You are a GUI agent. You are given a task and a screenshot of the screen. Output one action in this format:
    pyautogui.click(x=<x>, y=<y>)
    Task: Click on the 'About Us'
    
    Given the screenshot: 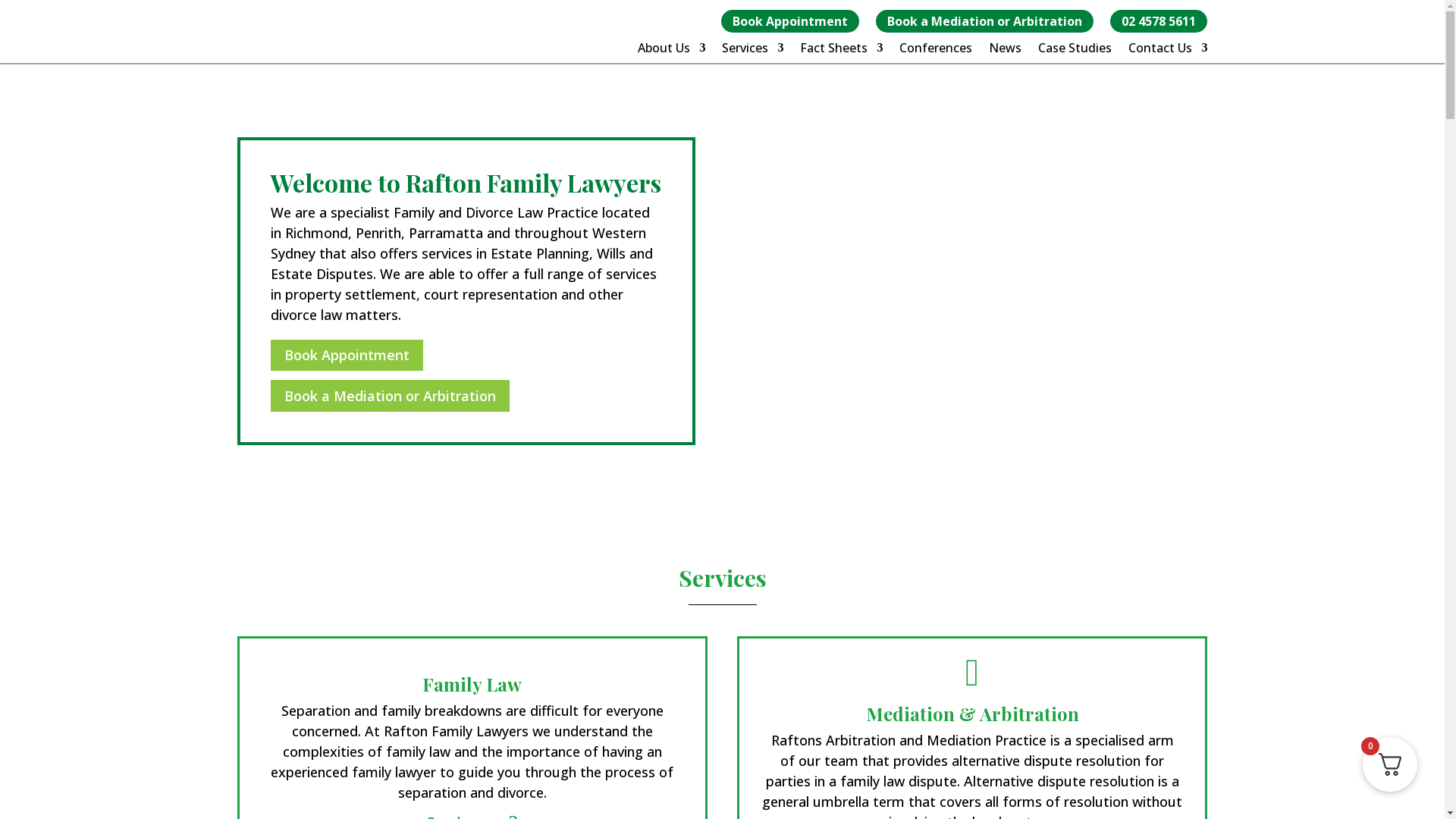 What is the action you would take?
    pyautogui.click(x=670, y=49)
    